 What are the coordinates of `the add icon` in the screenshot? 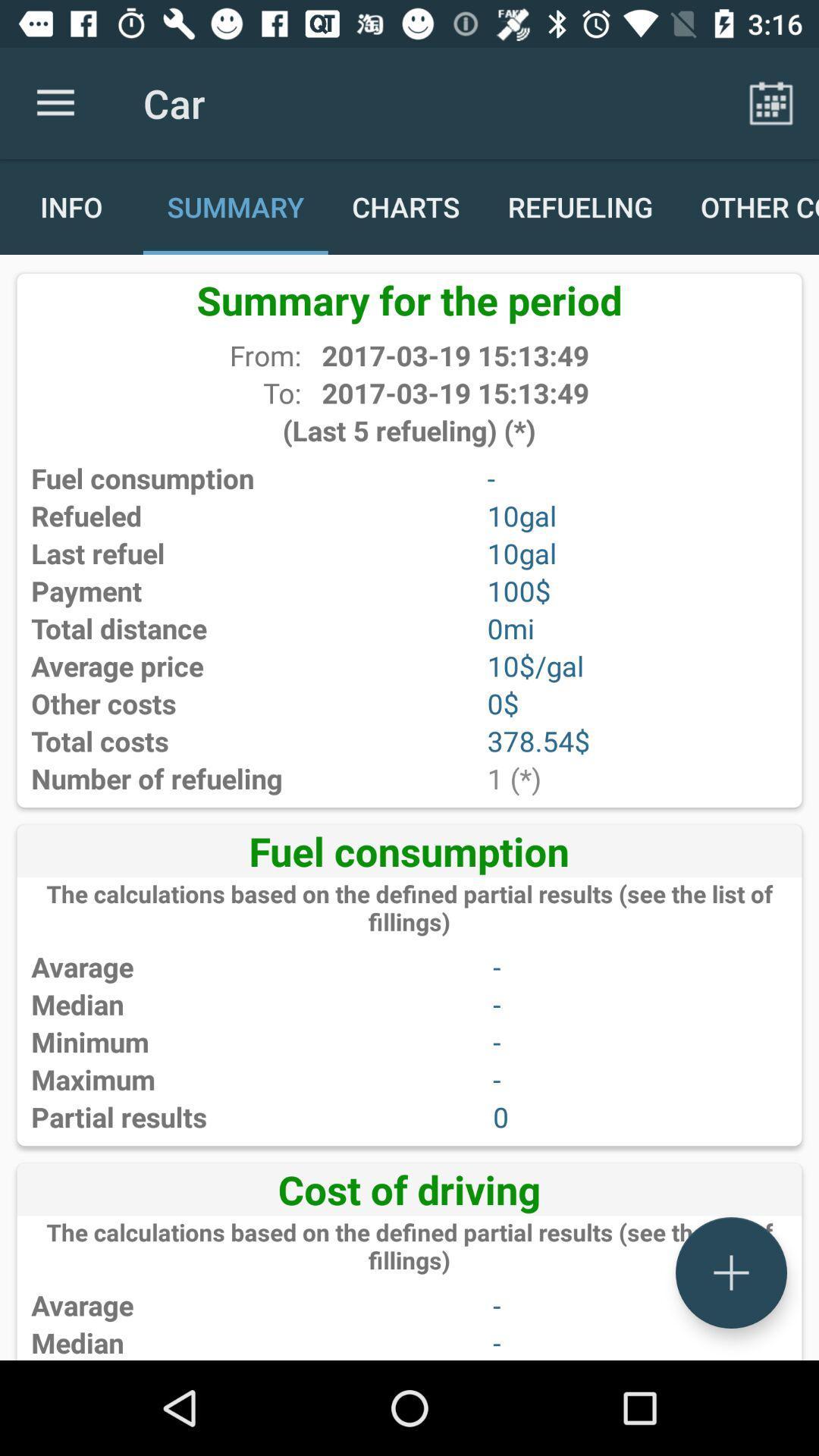 It's located at (730, 1272).